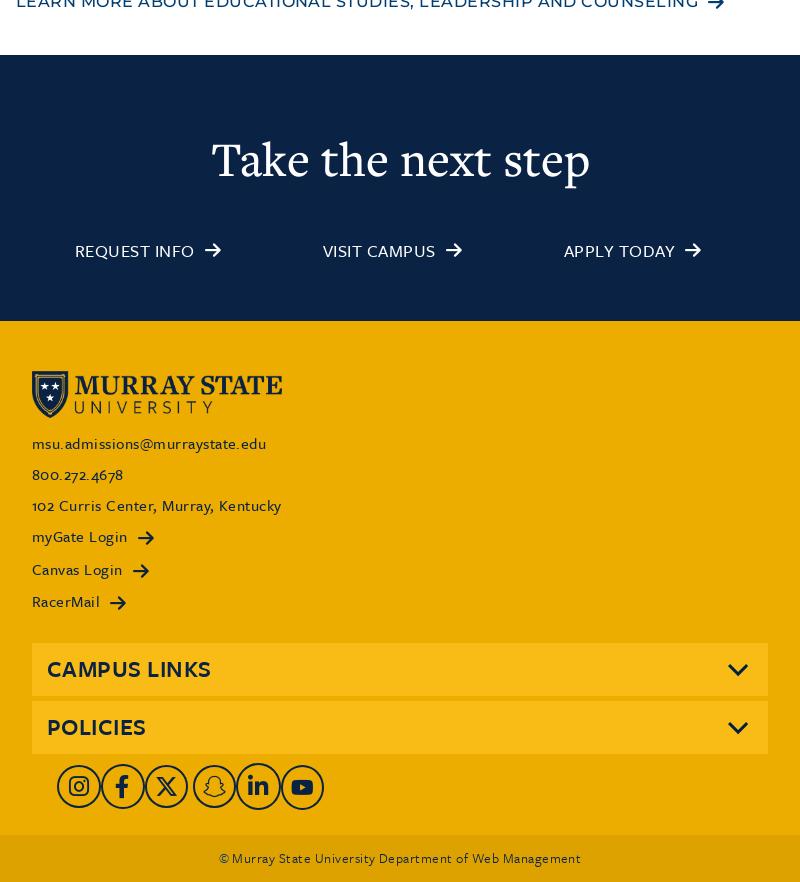 The width and height of the screenshot is (800, 882). What do you see at coordinates (156, 505) in the screenshot?
I see `'102 Curris Center, Murray, Kentucky'` at bounding box center [156, 505].